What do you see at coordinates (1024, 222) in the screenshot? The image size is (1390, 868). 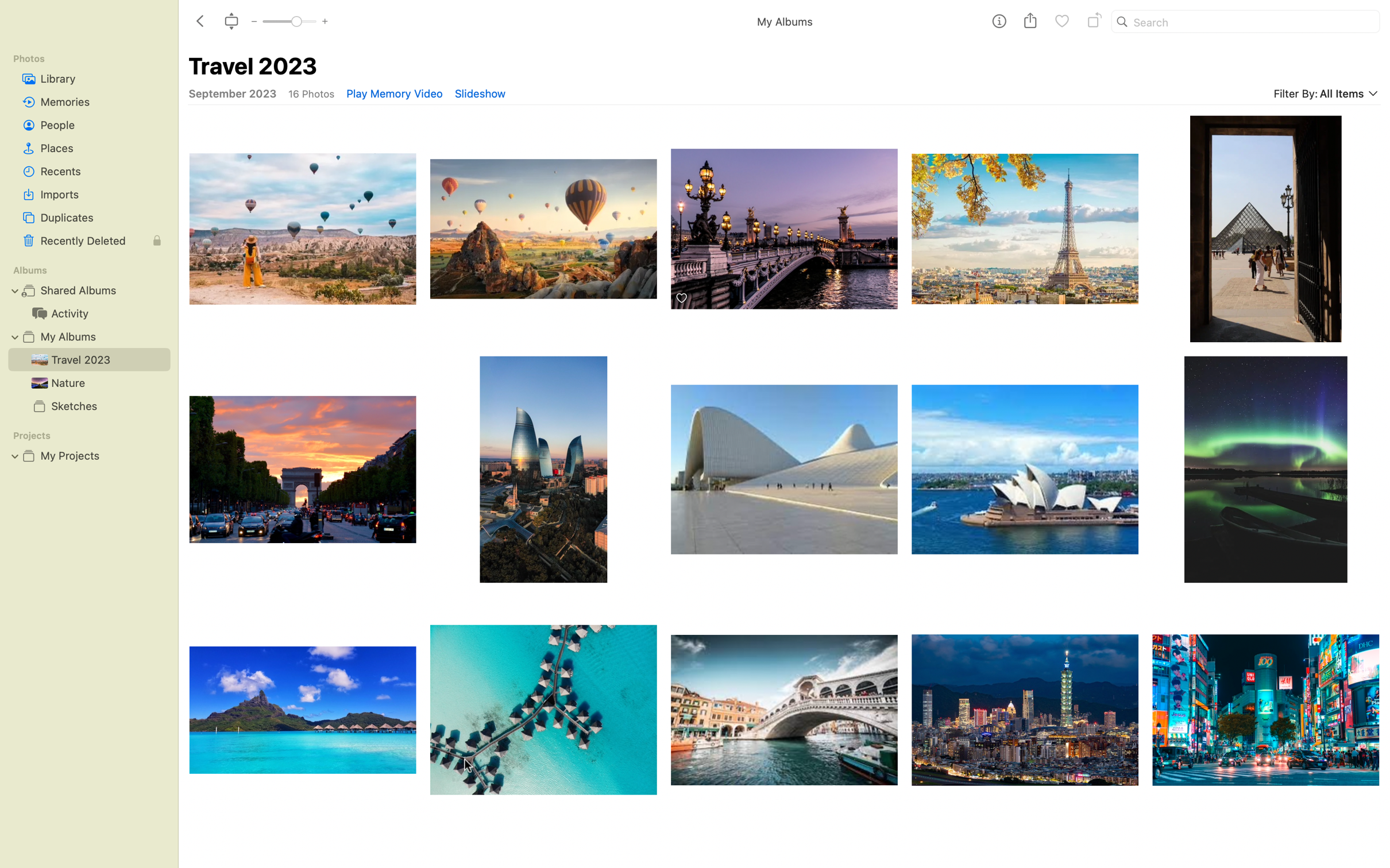 I see `a rotation thrice on the Louvre photo` at bounding box center [1024, 222].